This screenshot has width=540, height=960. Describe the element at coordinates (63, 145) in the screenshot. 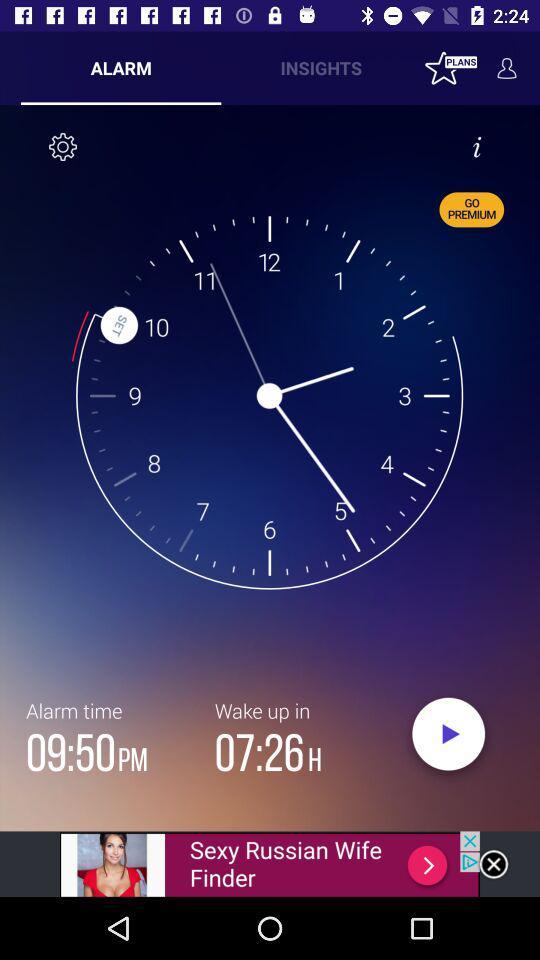

I see `the settings icon` at that location.